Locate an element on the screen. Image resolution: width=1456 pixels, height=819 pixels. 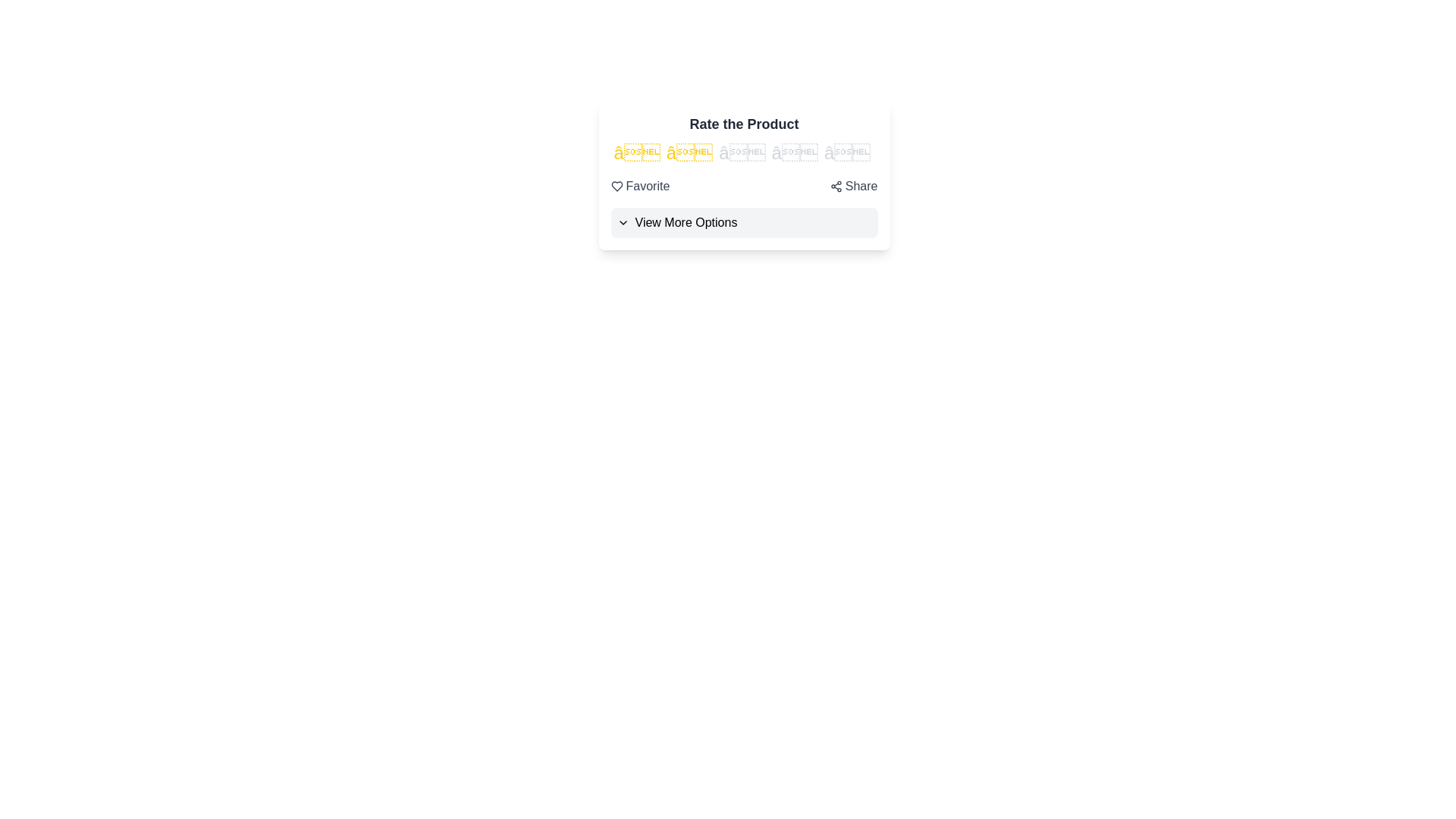
the rating to 5 stars by clicking on the corresponding star is located at coordinates (846, 152).